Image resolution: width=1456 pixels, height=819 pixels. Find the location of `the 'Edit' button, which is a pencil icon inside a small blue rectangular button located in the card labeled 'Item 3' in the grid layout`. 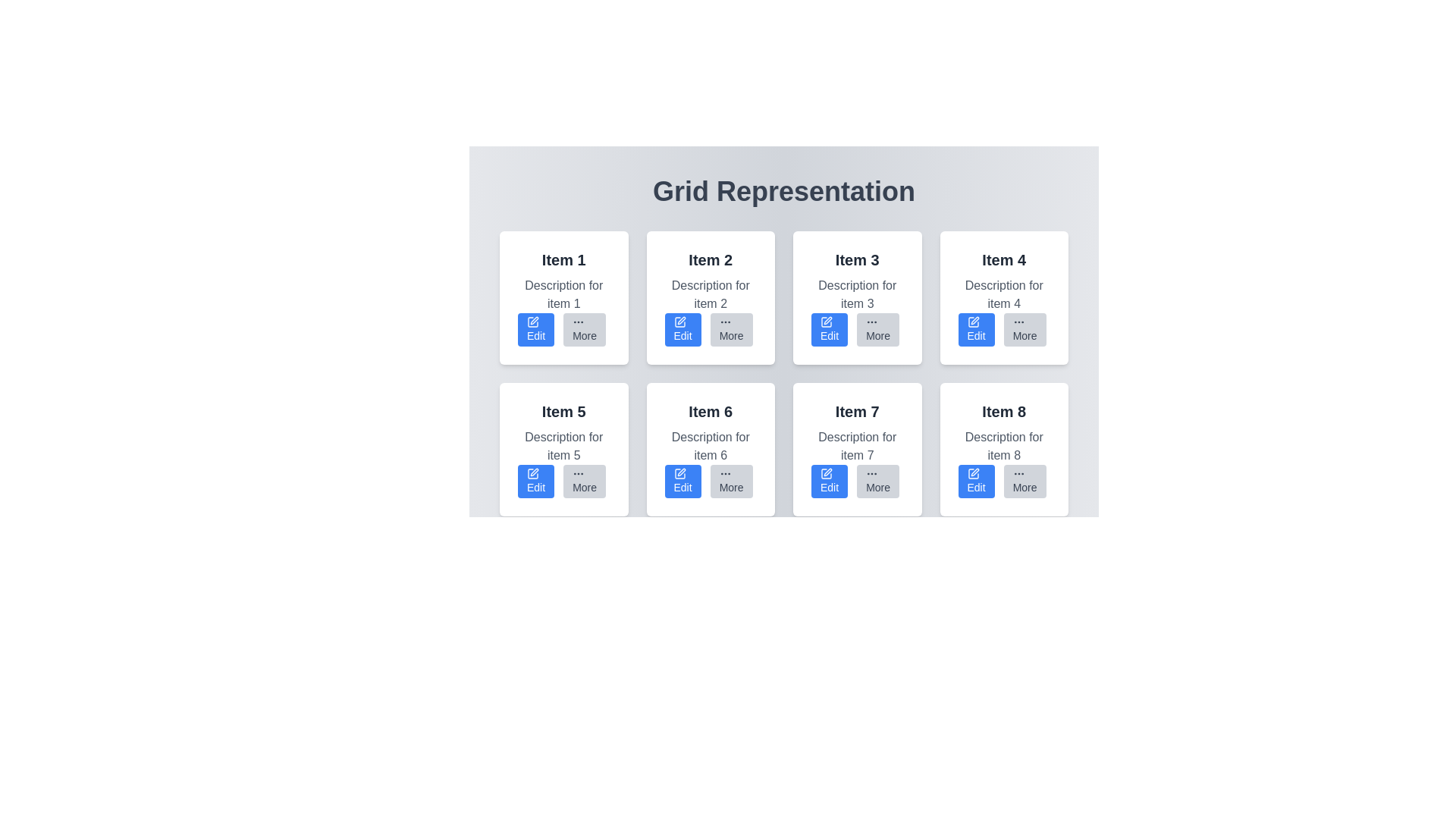

the 'Edit' button, which is a pencil icon inside a small blue rectangular button located in the card labeled 'Item 3' in the grid layout is located at coordinates (827, 320).